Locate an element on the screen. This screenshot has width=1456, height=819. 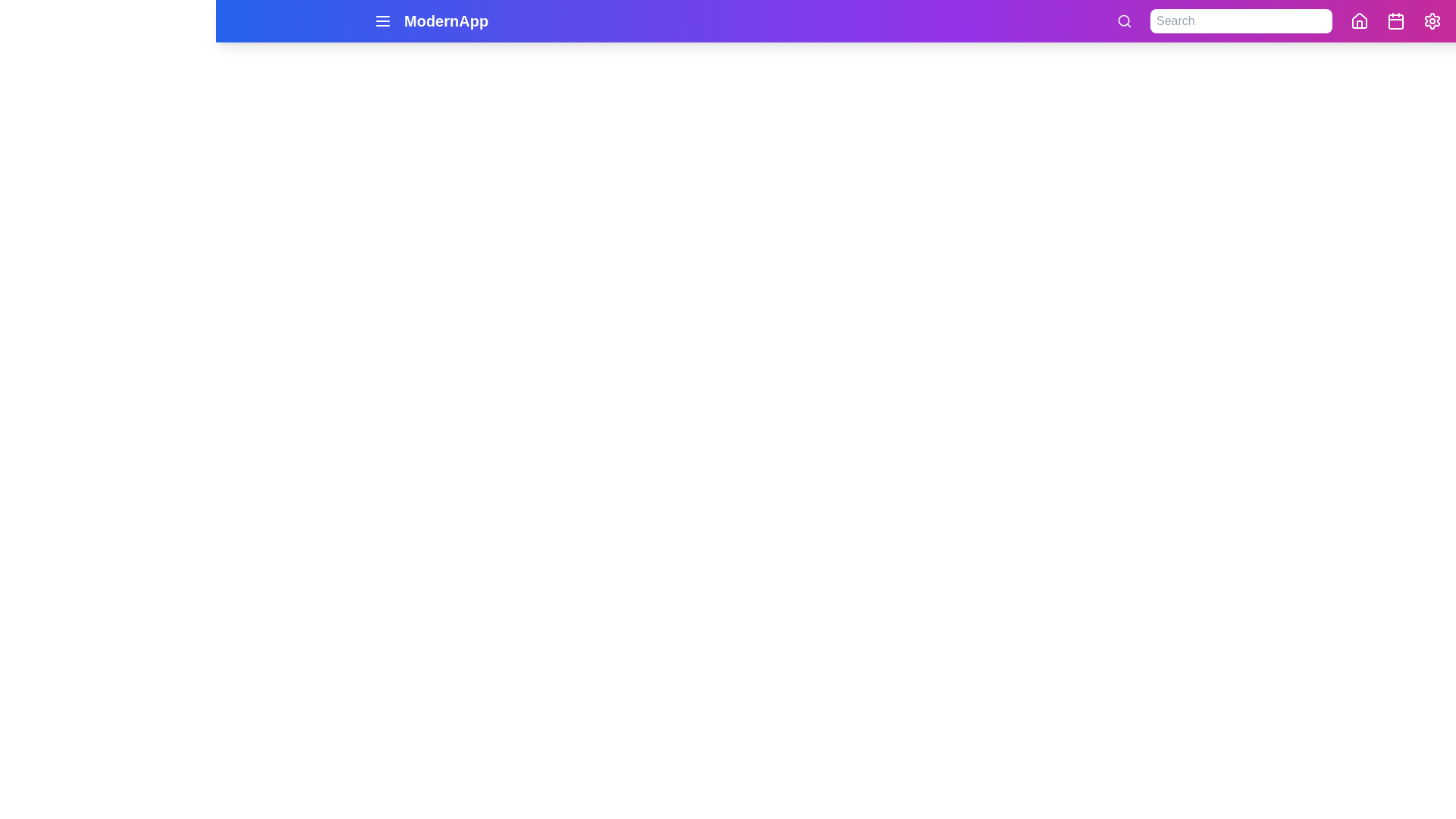
the Text Label located in the top navigation bar, which serves as the title or branding identifier for the application, positioned to the right of the hamburger menu icon is located at coordinates (445, 20).